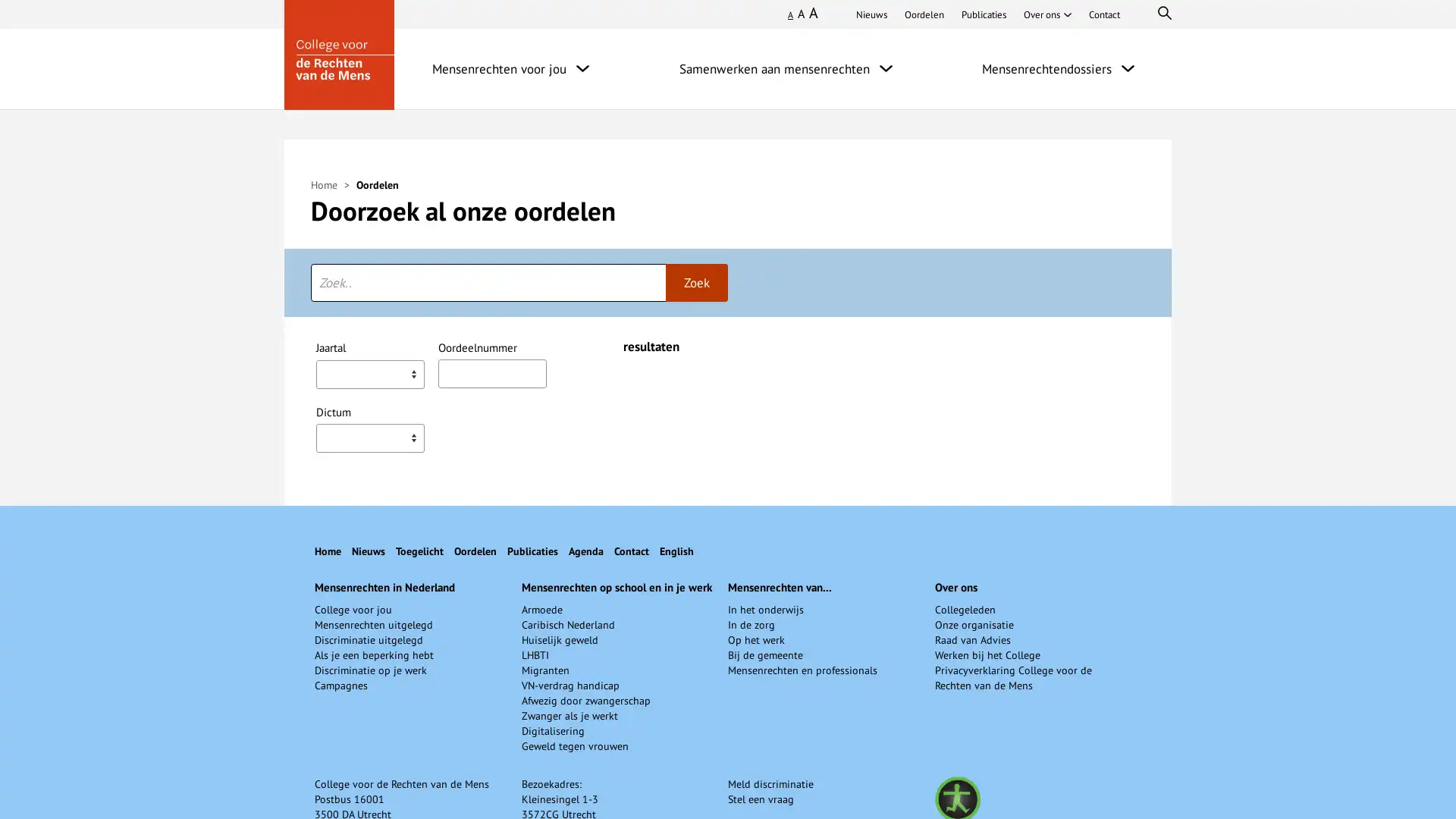 The image size is (1456, 819). Describe the element at coordinates (814, 778) in the screenshot. I see `Godsdienst,` at that location.